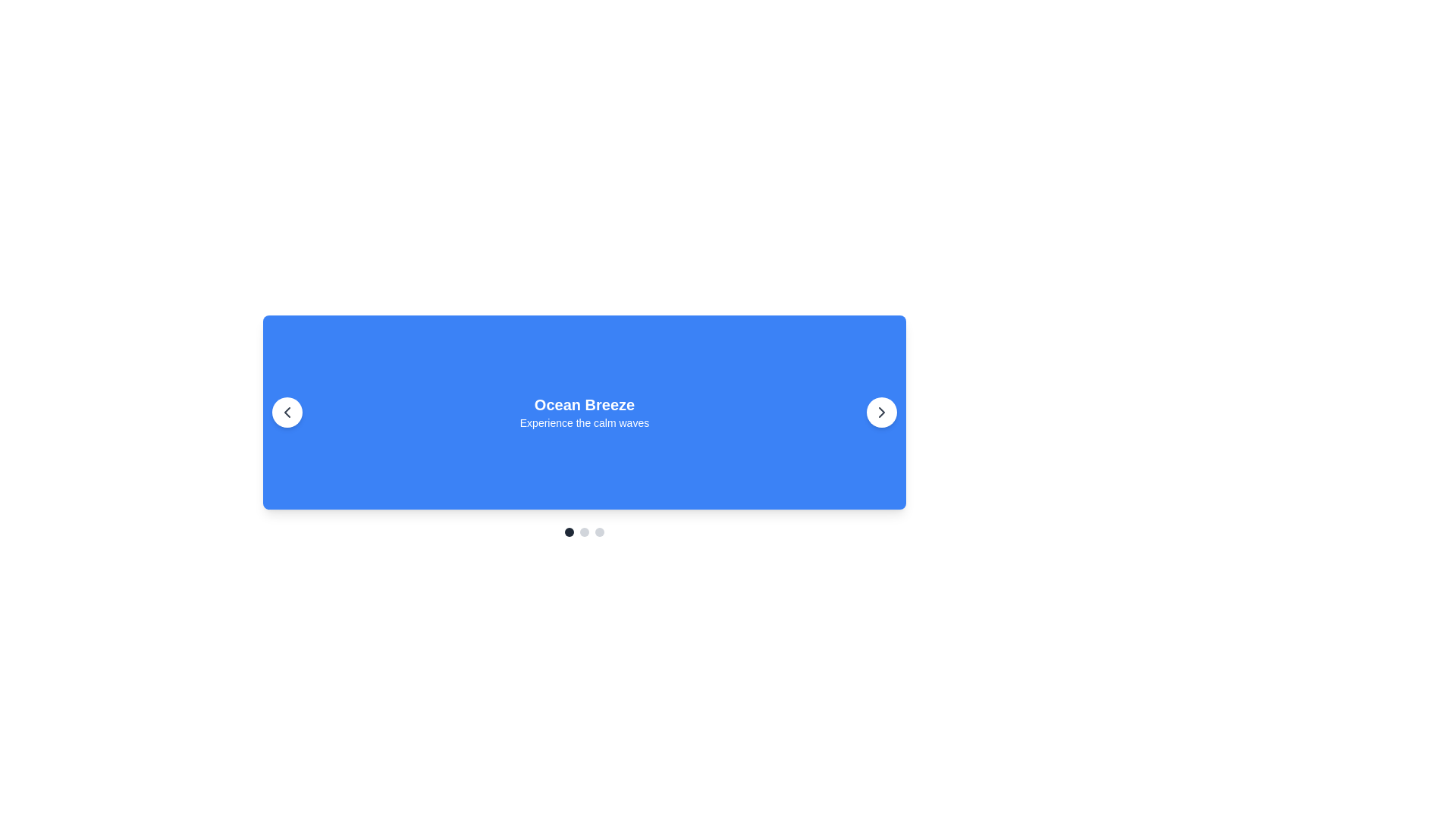  Describe the element at coordinates (584, 532) in the screenshot. I see `the second circular Carousel navigation dot located below the blue panel with the text 'Ocean Breeze Experience the calm waves' for visual feedback` at that location.